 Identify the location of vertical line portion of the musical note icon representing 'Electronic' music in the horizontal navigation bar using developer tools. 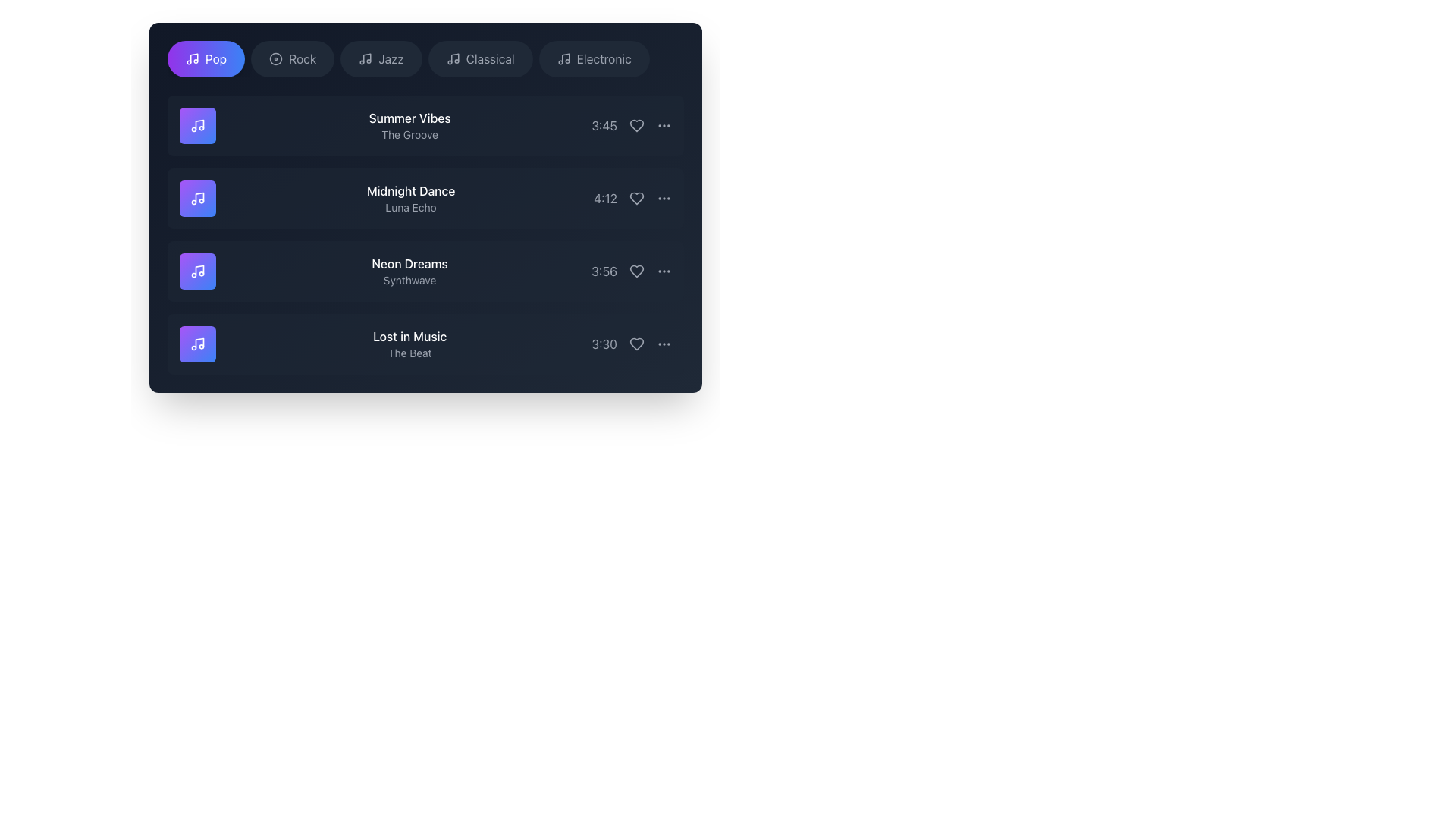
(564, 57).